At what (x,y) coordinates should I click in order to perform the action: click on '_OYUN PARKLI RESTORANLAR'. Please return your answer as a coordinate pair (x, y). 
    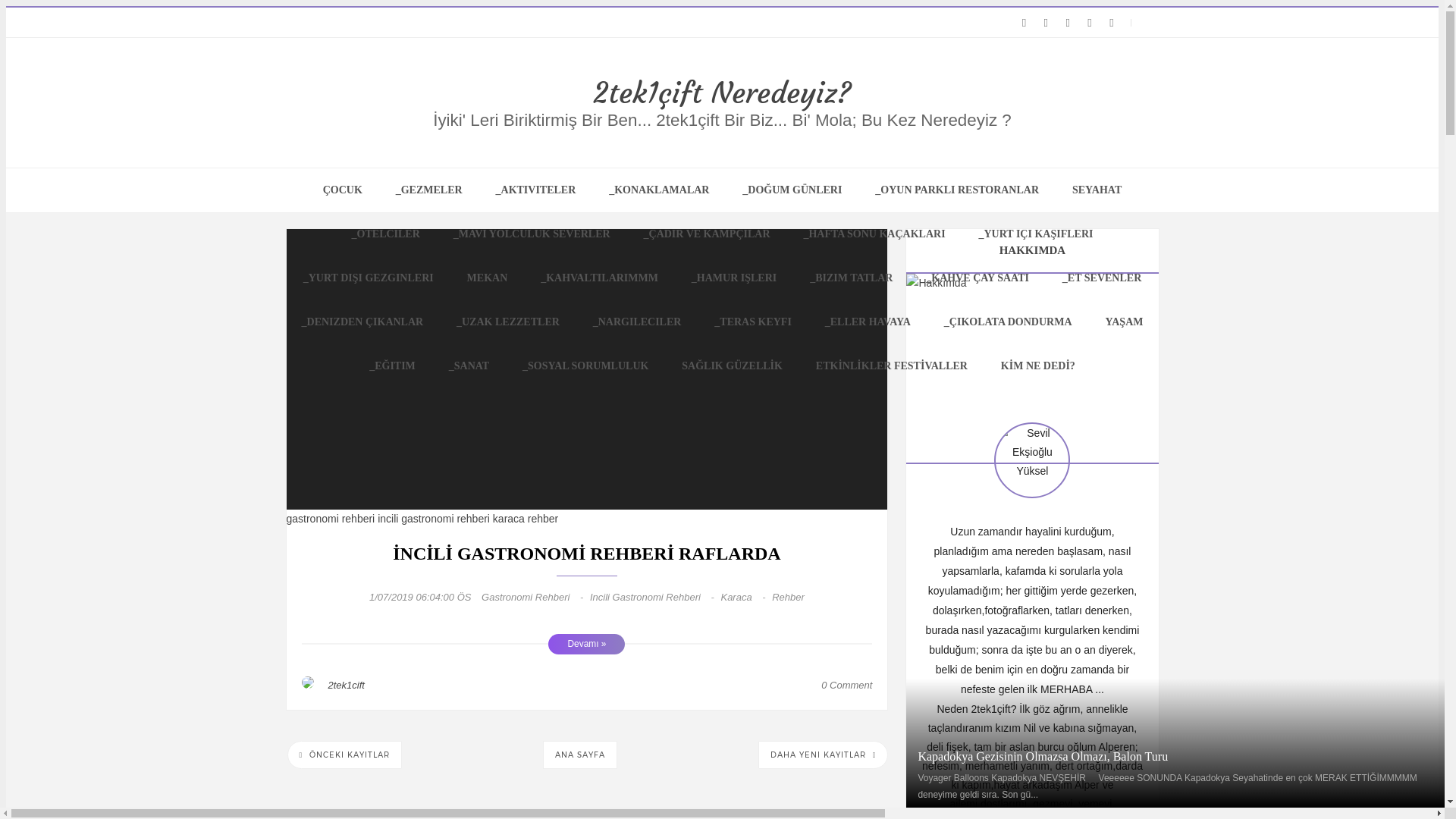
    Looking at the image, I should click on (956, 189).